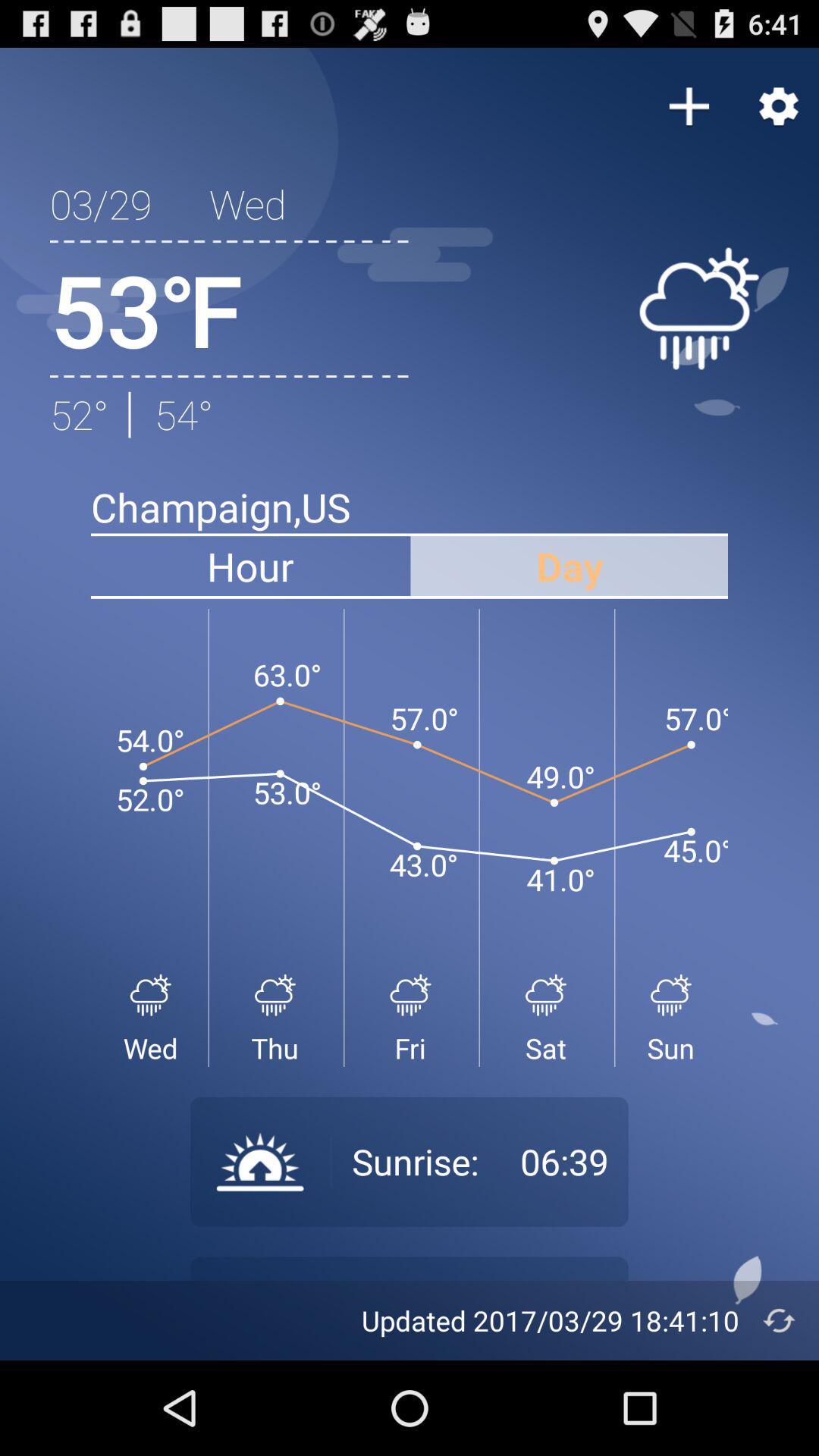 The width and height of the screenshot is (819, 1456). What do you see at coordinates (779, 1319) in the screenshot?
I see `the icon to the right of updated 2017 03` at bounding box center [779, 1319].